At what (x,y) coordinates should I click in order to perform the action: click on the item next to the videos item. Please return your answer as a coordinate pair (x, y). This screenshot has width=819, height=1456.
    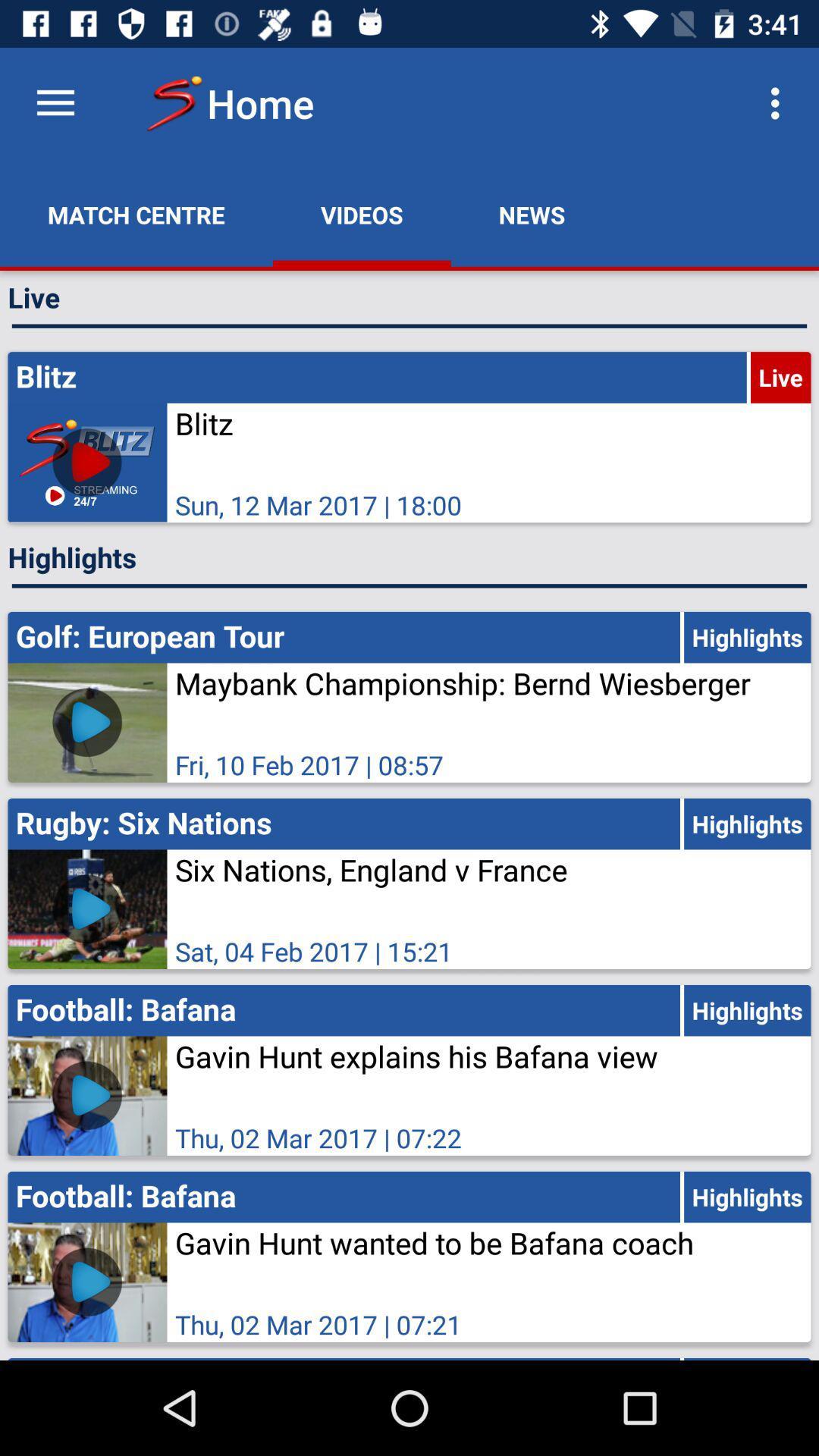
    Looking at the image, I should click on (136, 214).